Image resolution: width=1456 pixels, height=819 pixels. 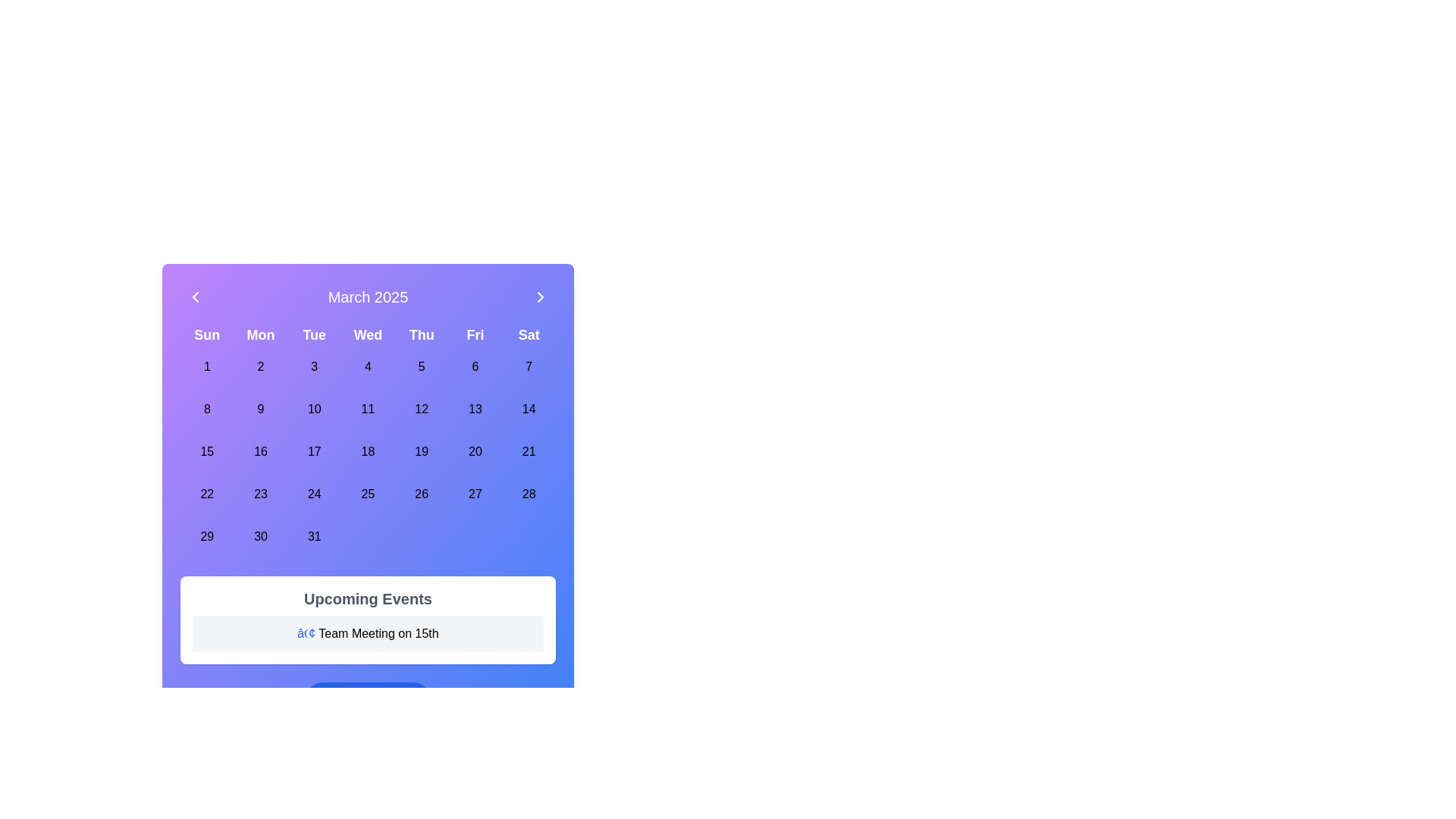 What do you see at coordinates (368, 441) in the screenshot?
I see `calendar dates displayed in the grid structure under the 'March 2025' header` at bounding box center [368, 441].